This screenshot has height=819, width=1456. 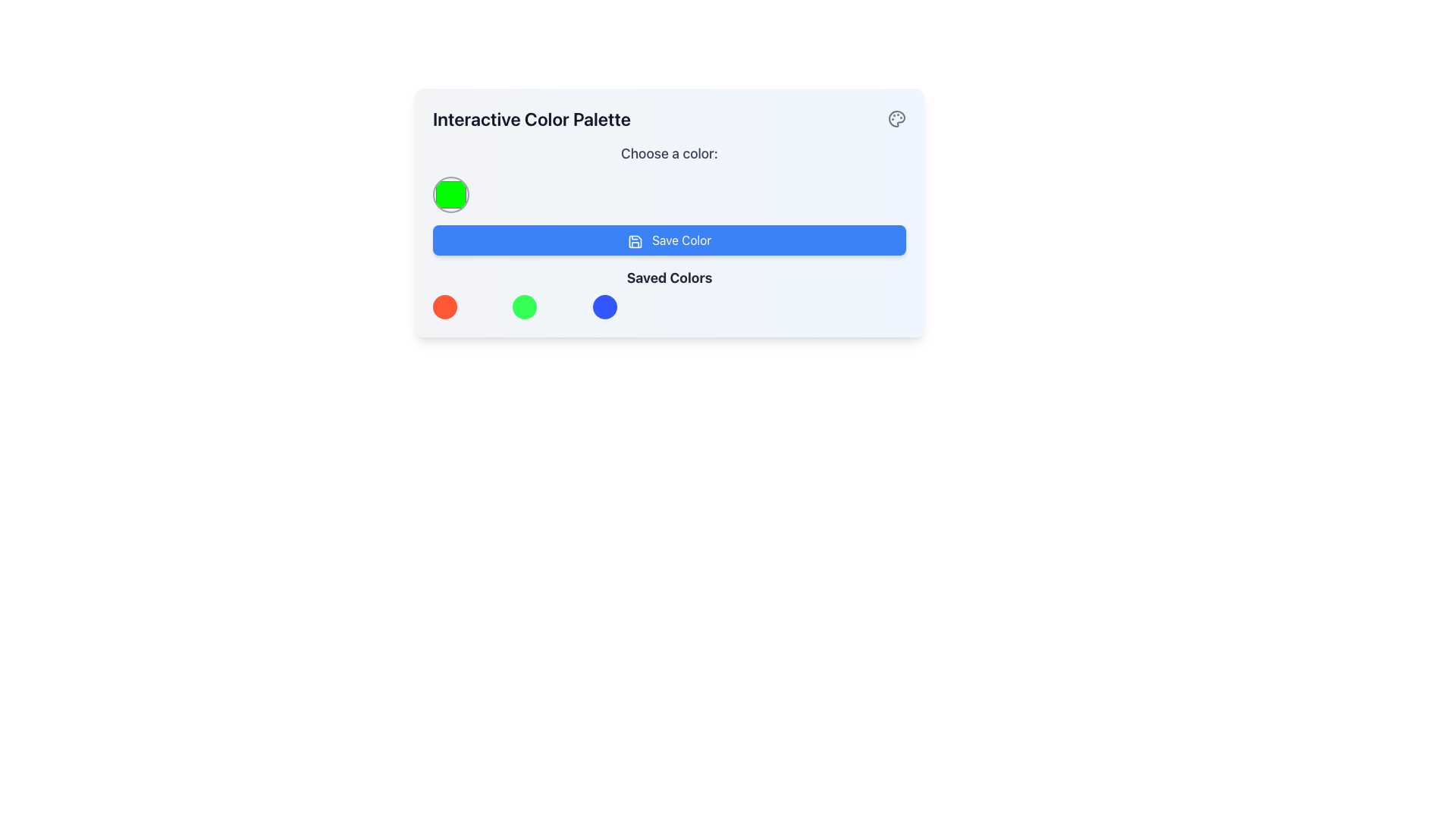 I want to click on the save button located below the text 'Choose a color:' and above the title 'Saved Colors', so click(x=669, y=231).